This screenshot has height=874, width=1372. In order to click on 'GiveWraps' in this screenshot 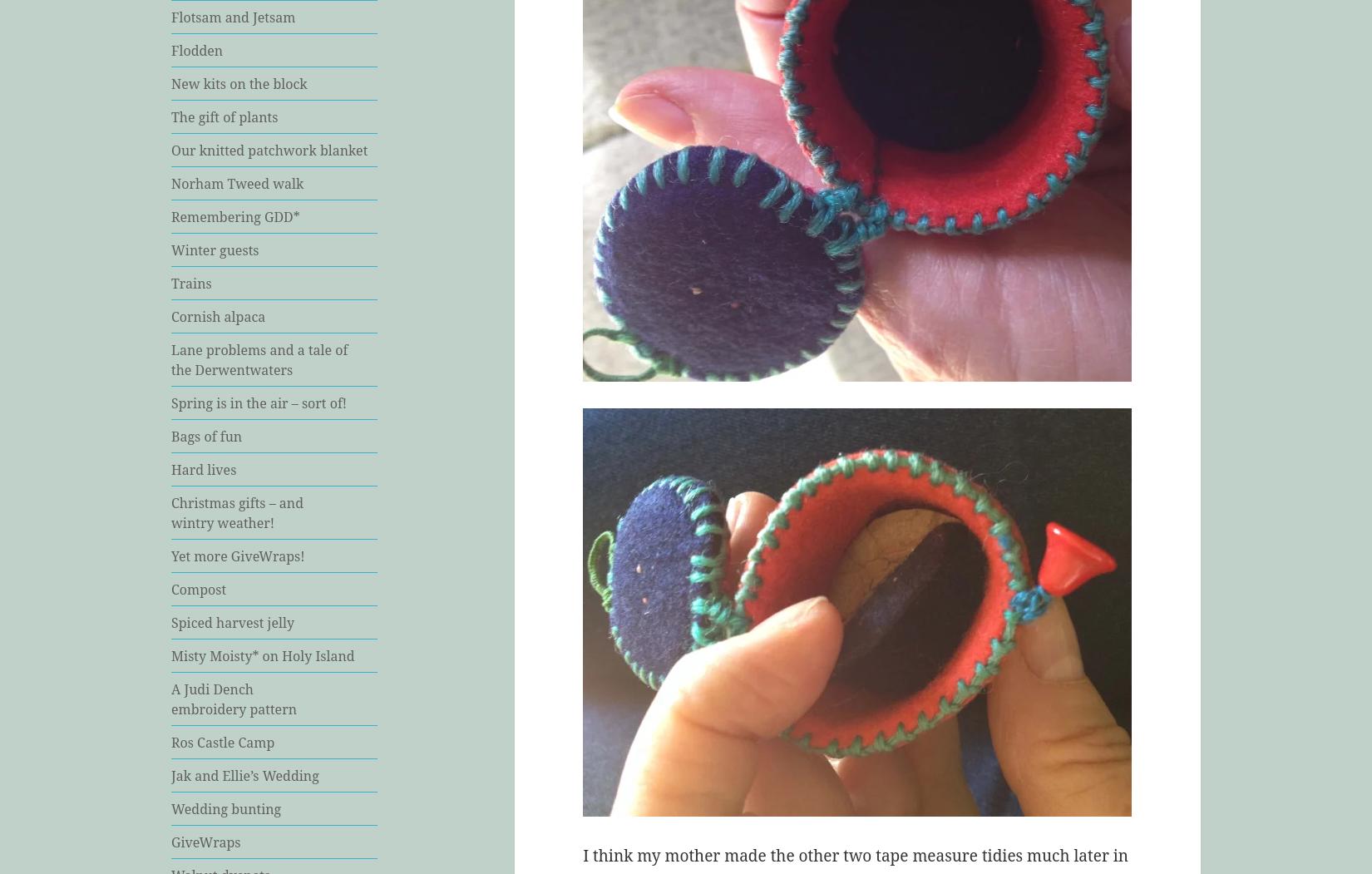, I will do `click(205, 841)`.